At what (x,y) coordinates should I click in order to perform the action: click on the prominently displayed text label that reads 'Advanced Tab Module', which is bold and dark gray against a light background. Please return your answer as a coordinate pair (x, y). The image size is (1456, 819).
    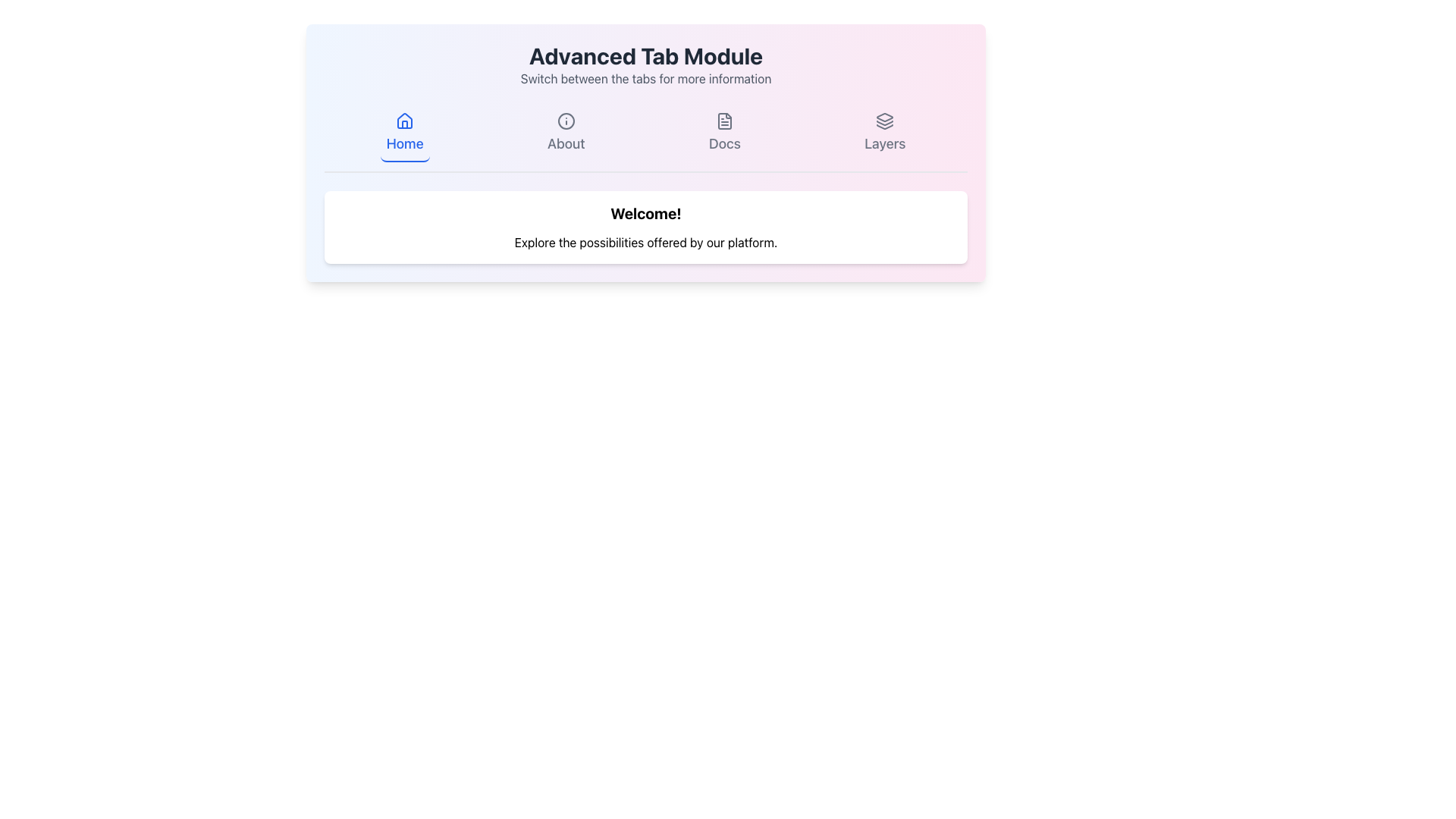
    Looking at the image, I should click on (645, 55).